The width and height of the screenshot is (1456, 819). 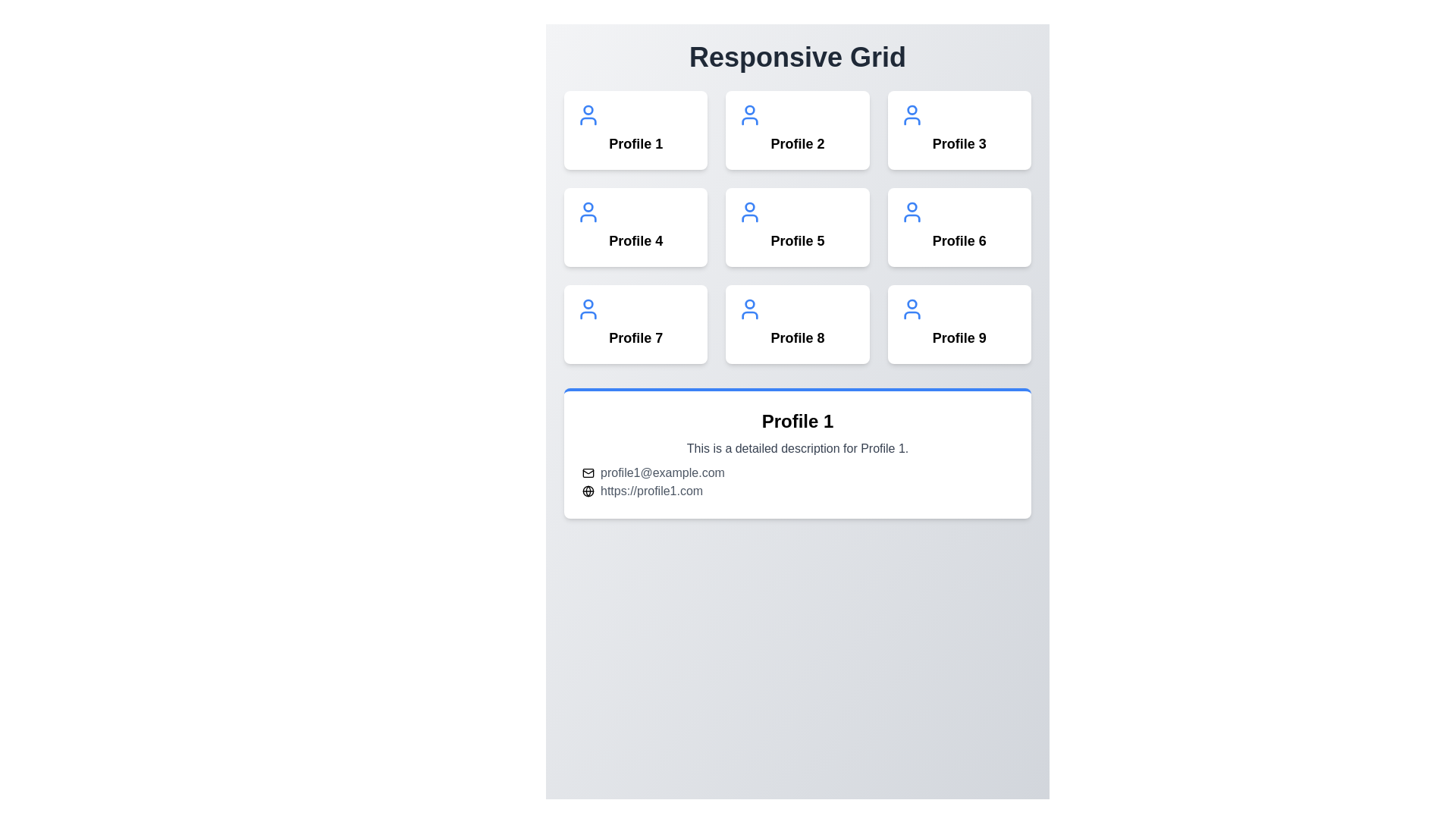 What do you see at coordinates (959, 227) in the screenshot?
I see `the card with a white background and a blue user silhouette icon labeled 'Profile 6', located in the second row and third column of the grid under 'Responsive Grid'` at bounding box center [959, 227].